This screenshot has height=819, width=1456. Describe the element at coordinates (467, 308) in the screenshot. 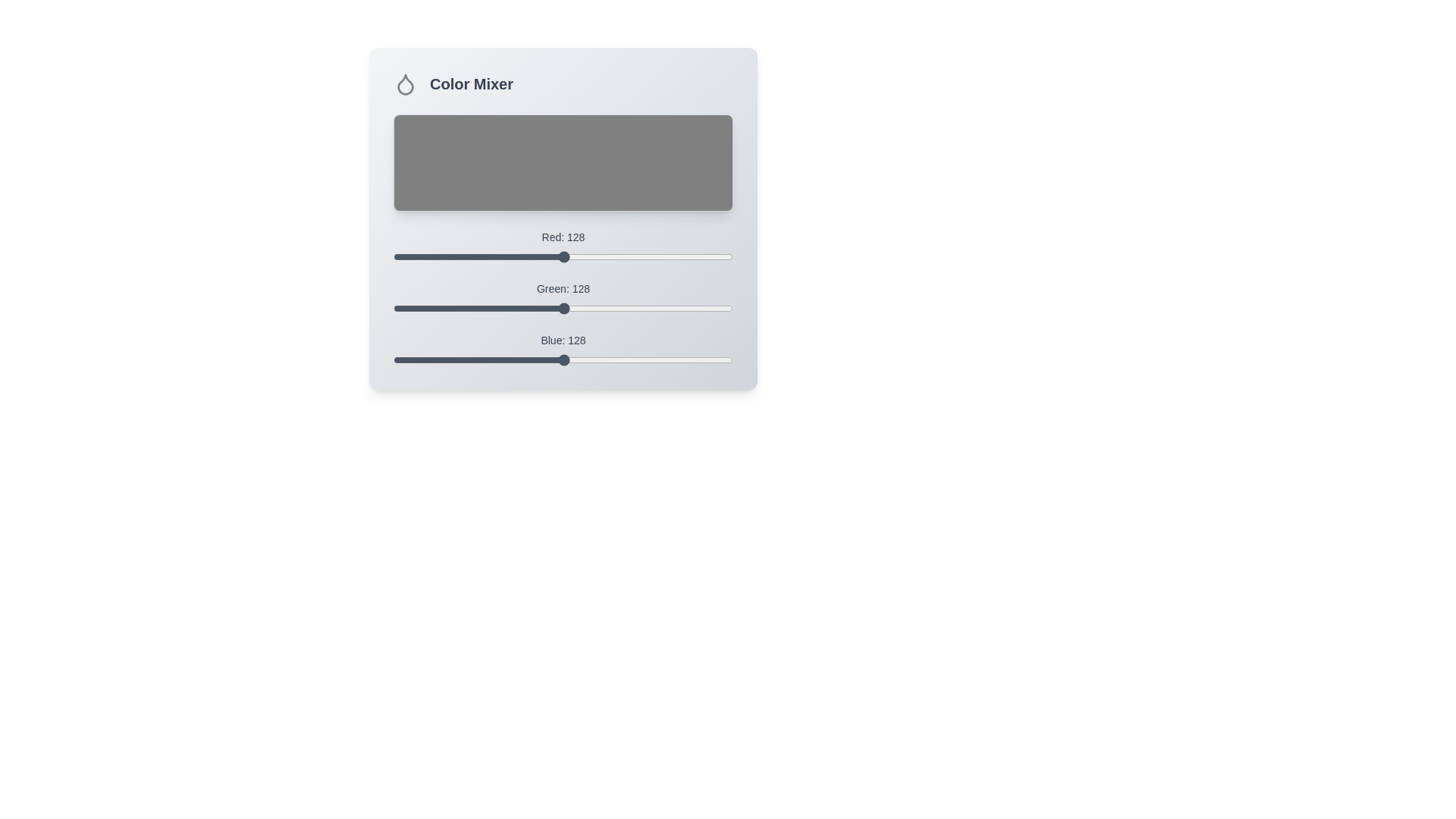

I see `the green slider to 56` at that location.